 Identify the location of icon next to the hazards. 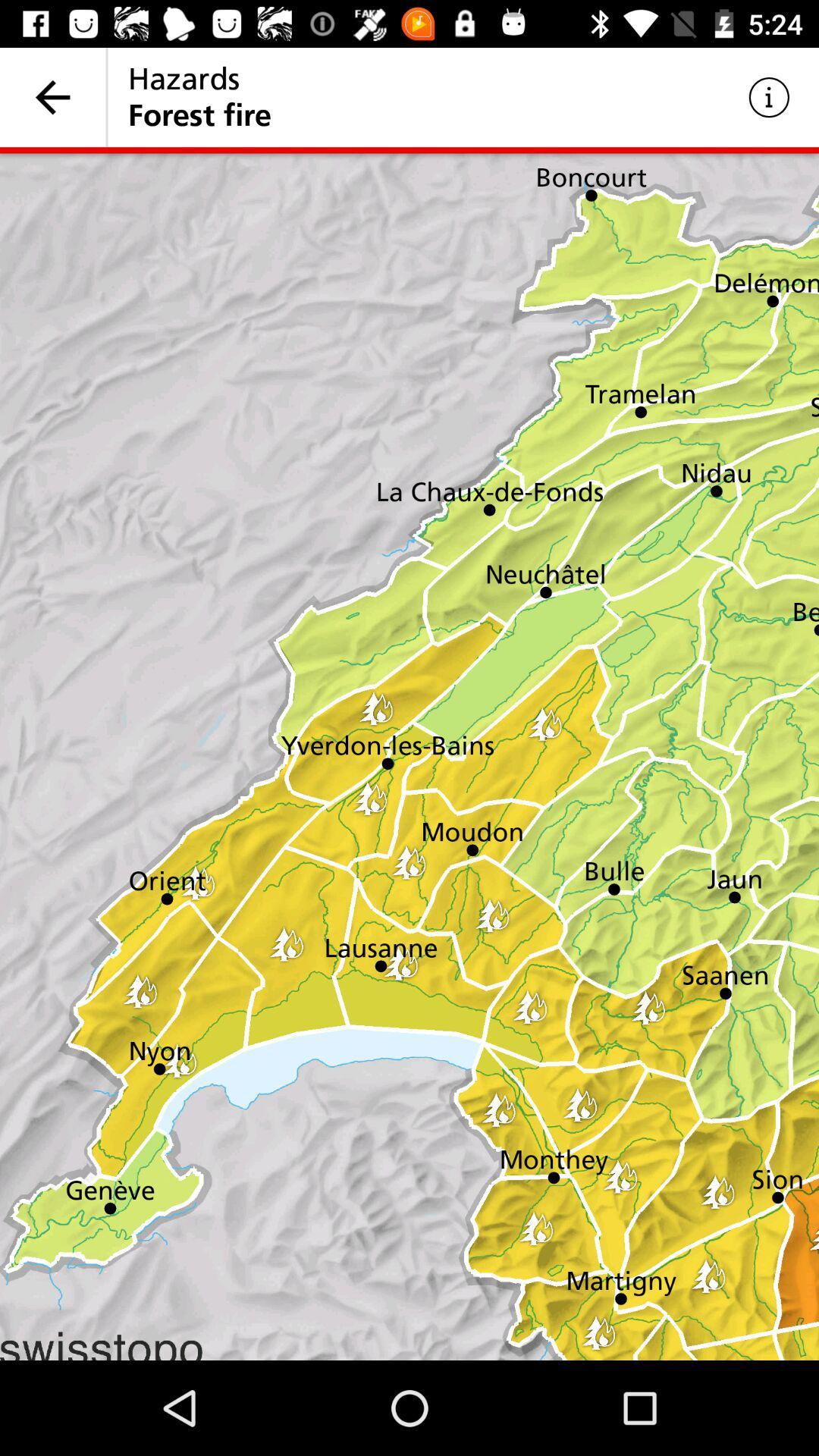
(769, 96).